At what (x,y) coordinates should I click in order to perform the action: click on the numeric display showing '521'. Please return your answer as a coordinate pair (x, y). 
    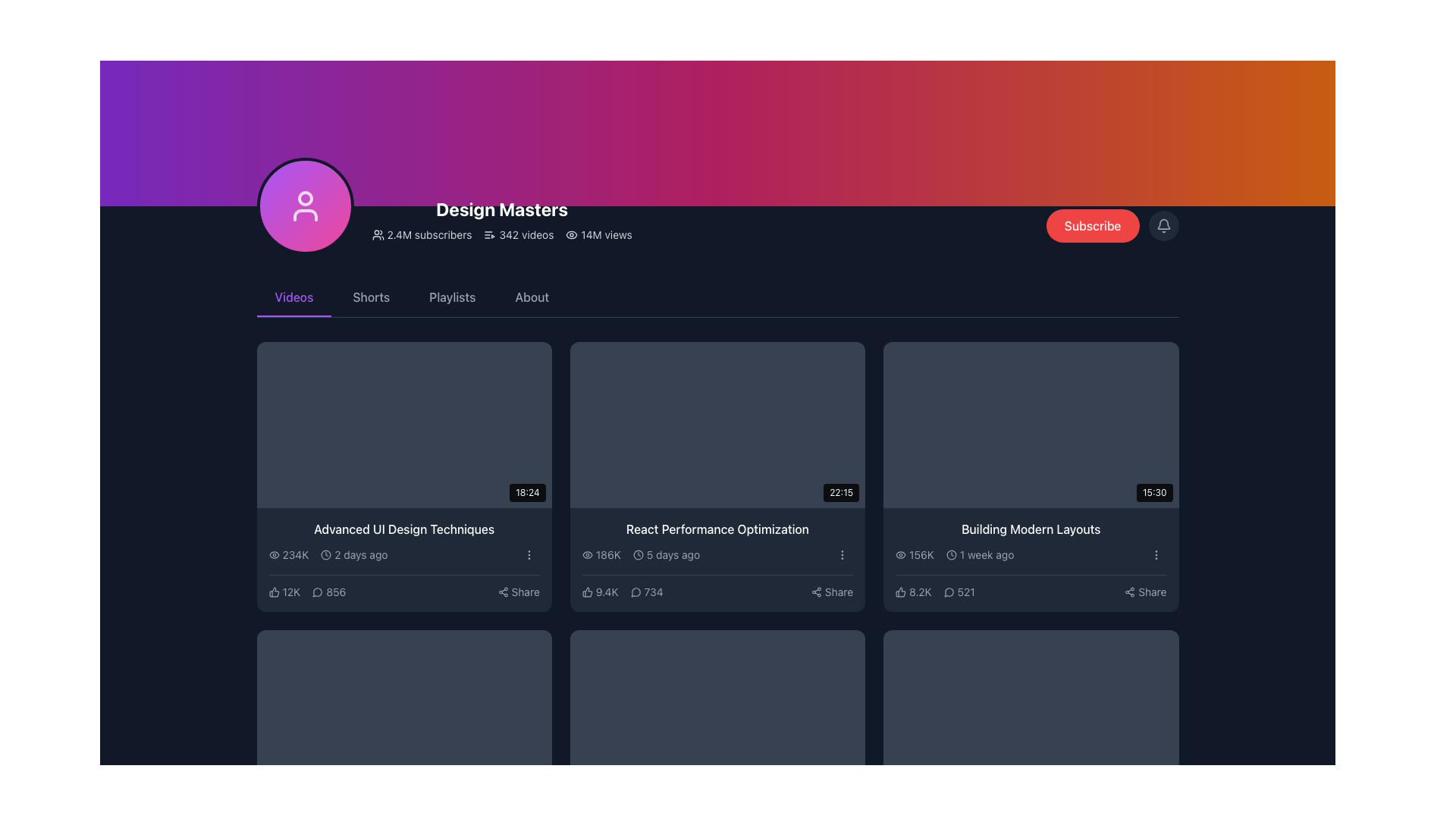
    Looking at the image, I should click on (959, 591).